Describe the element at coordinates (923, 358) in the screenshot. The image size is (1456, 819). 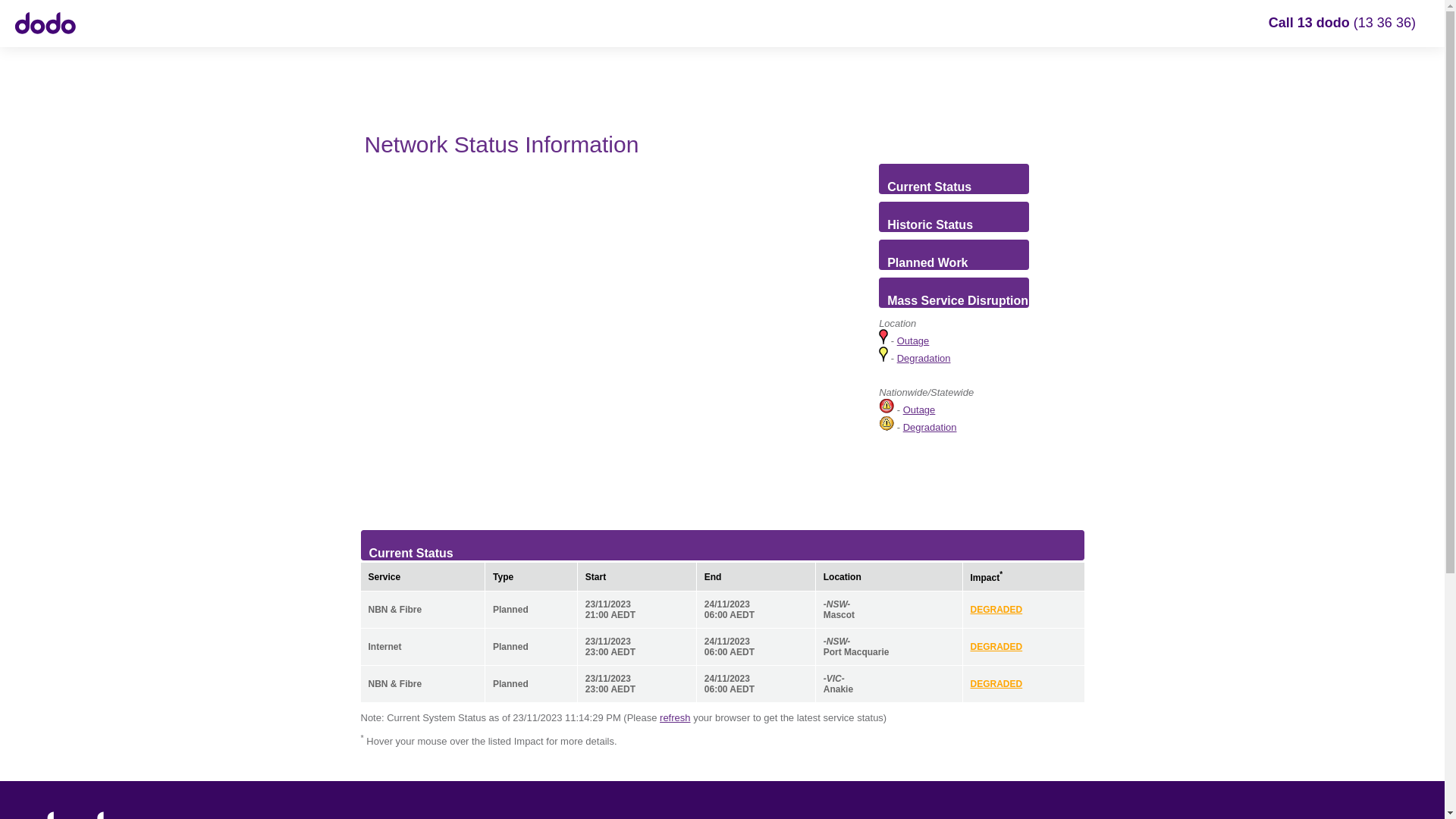
I see `'Degradation'` at that location.